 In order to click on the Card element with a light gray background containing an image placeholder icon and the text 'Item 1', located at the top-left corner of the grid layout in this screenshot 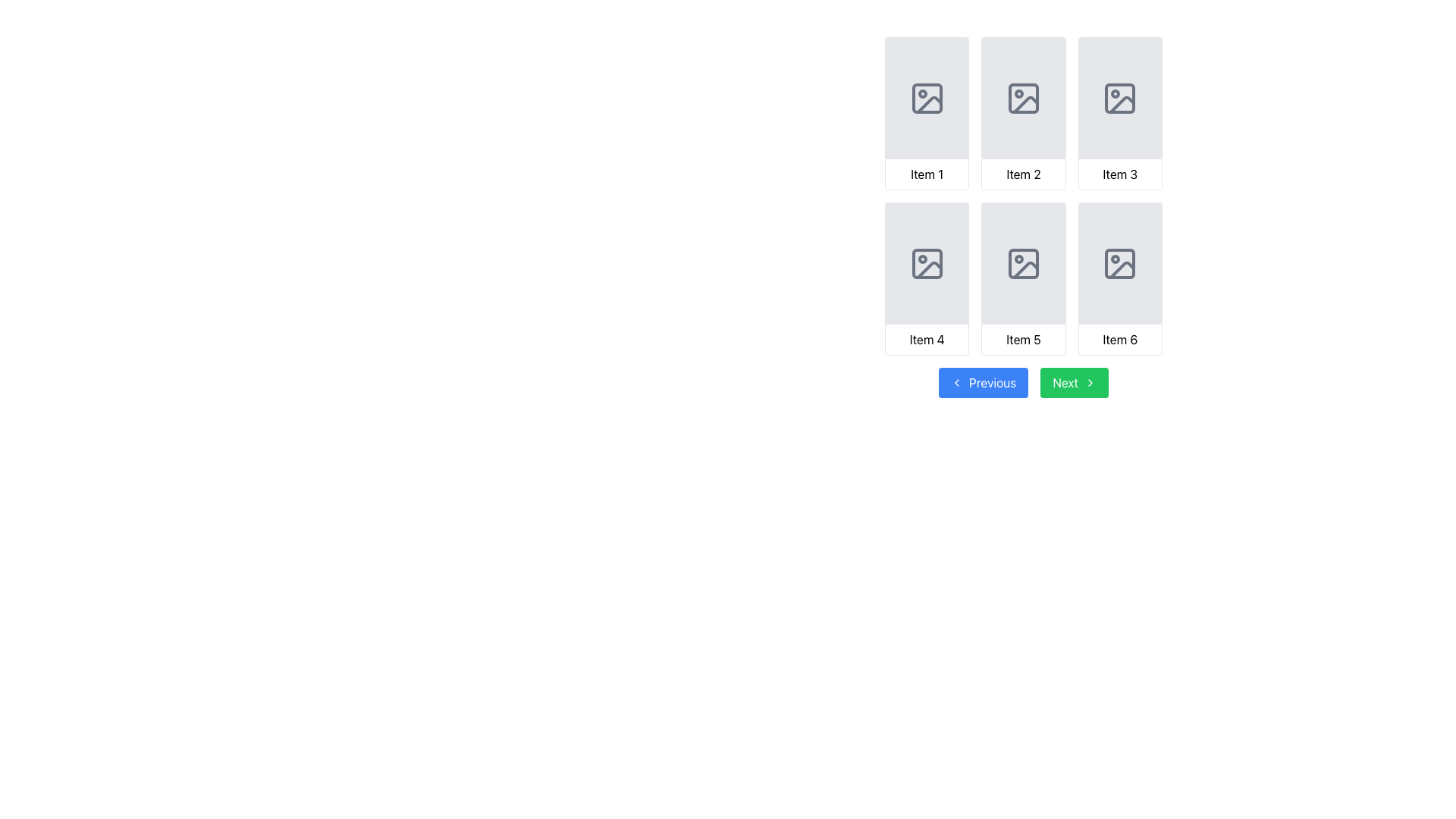, I will do `click(926, 113)`.